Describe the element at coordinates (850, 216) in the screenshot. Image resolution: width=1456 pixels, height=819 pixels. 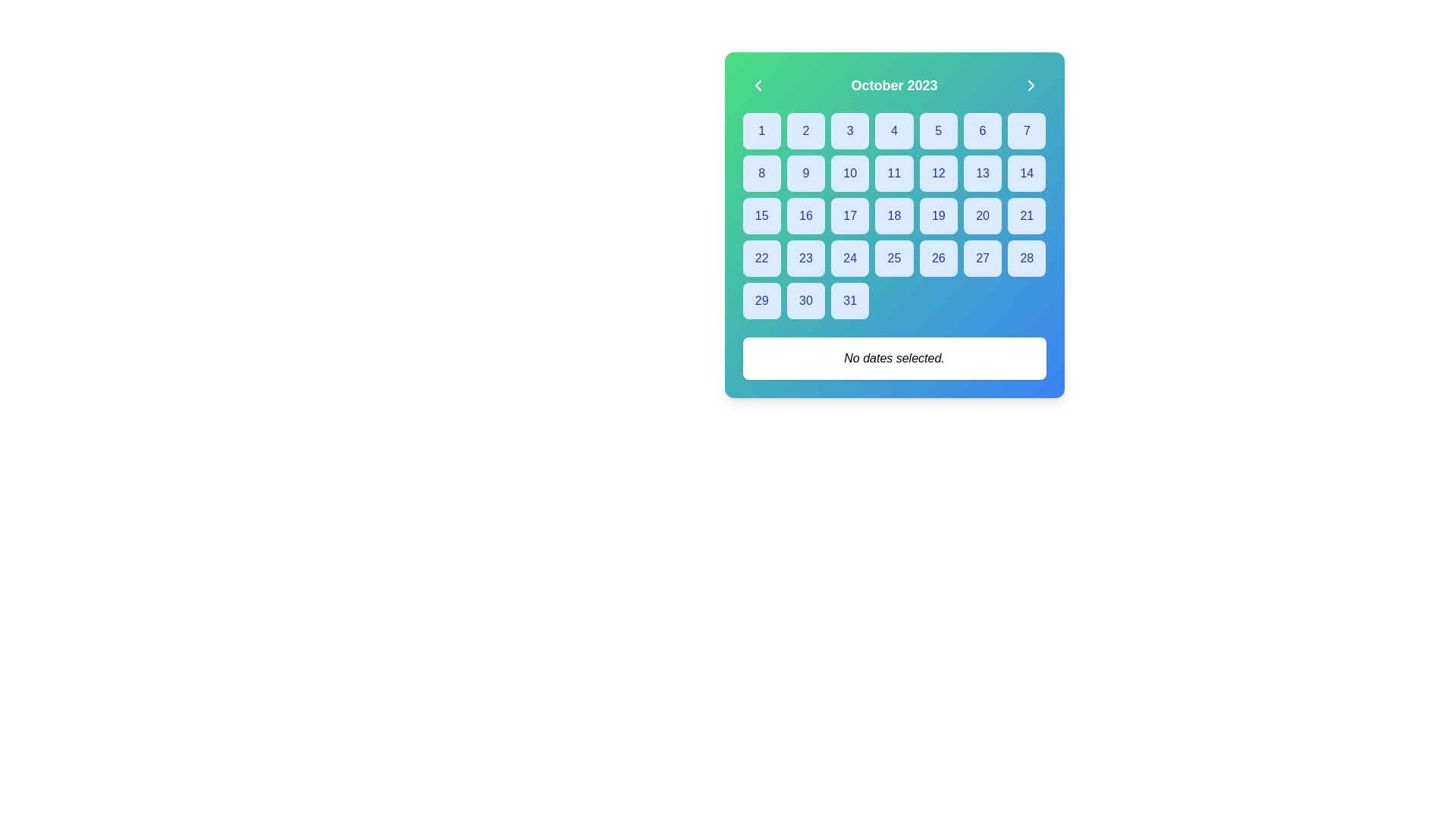
I see `the calendar day cell representing the 17th day of the month, located in the third row and third column of the calendar grid` at that location.